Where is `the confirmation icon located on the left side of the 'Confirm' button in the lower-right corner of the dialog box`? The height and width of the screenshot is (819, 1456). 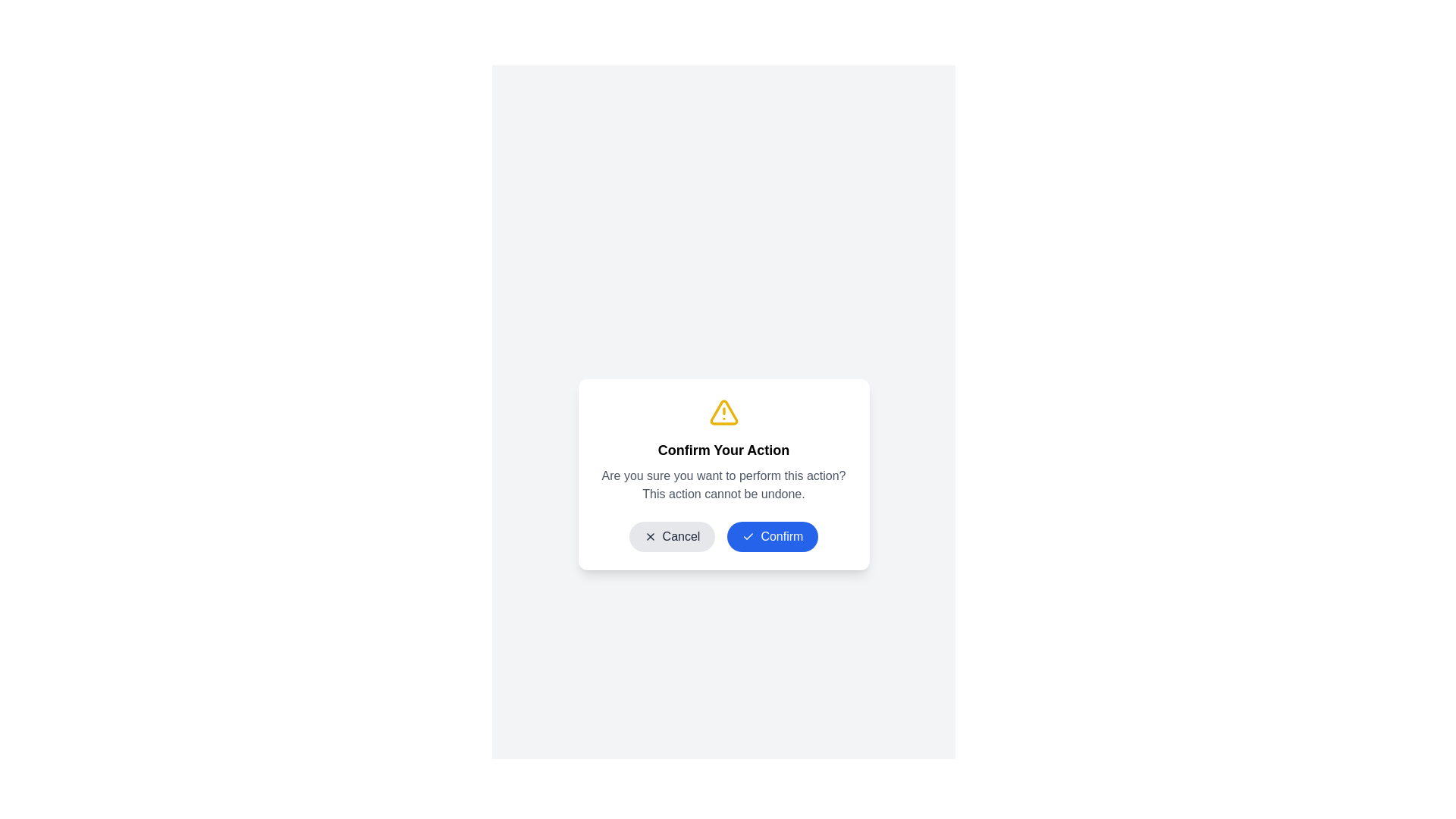
the confirmation icon located on the left side of the 'Confirm' button in the lower-right corner of the dialog box is located at coordinates (748, 536).